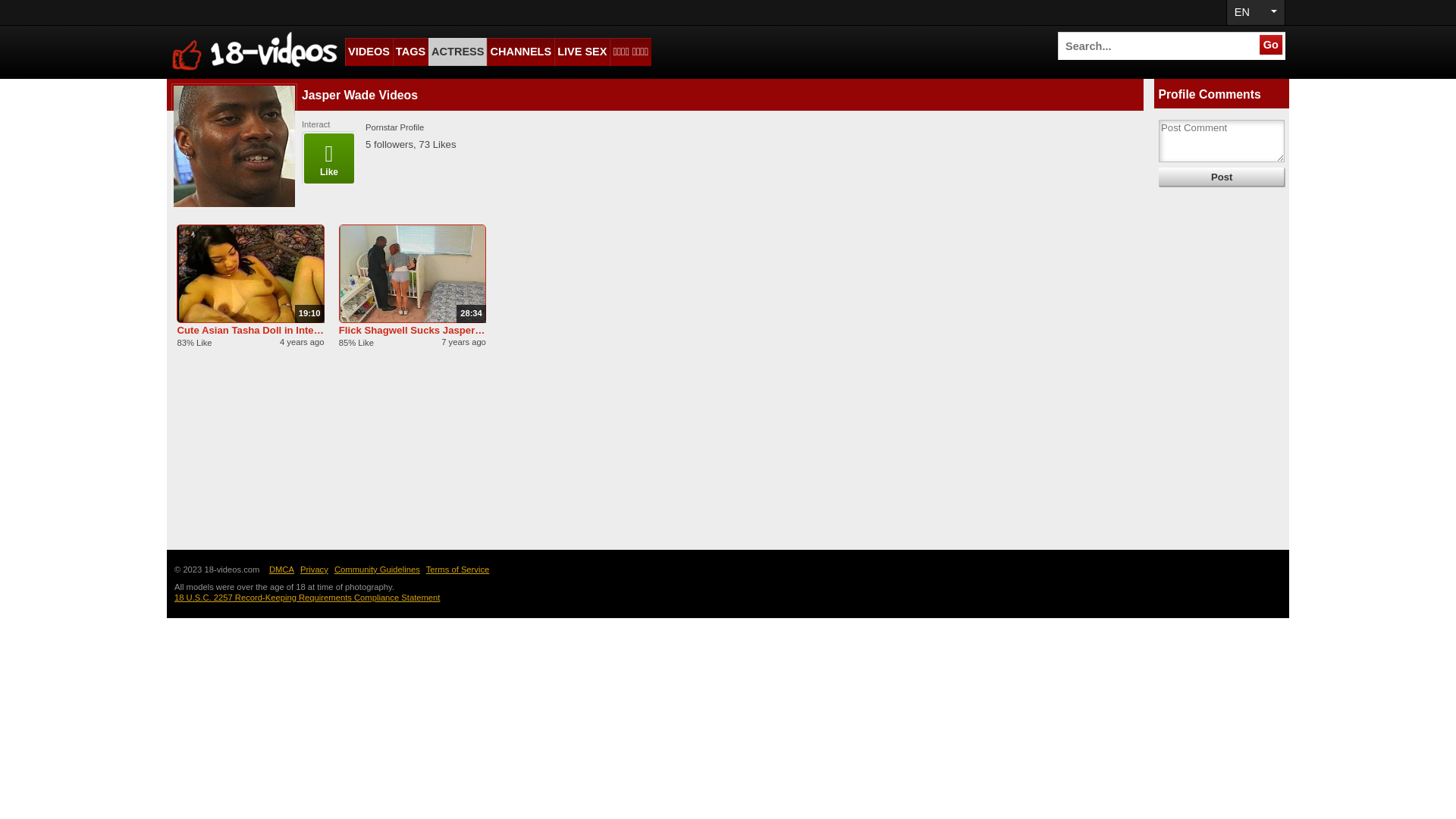 This screenshot has width=1456, height=819. Describe the element at coordinates (284, 570) in the screenshot. I see `'DMCA'` at that location.